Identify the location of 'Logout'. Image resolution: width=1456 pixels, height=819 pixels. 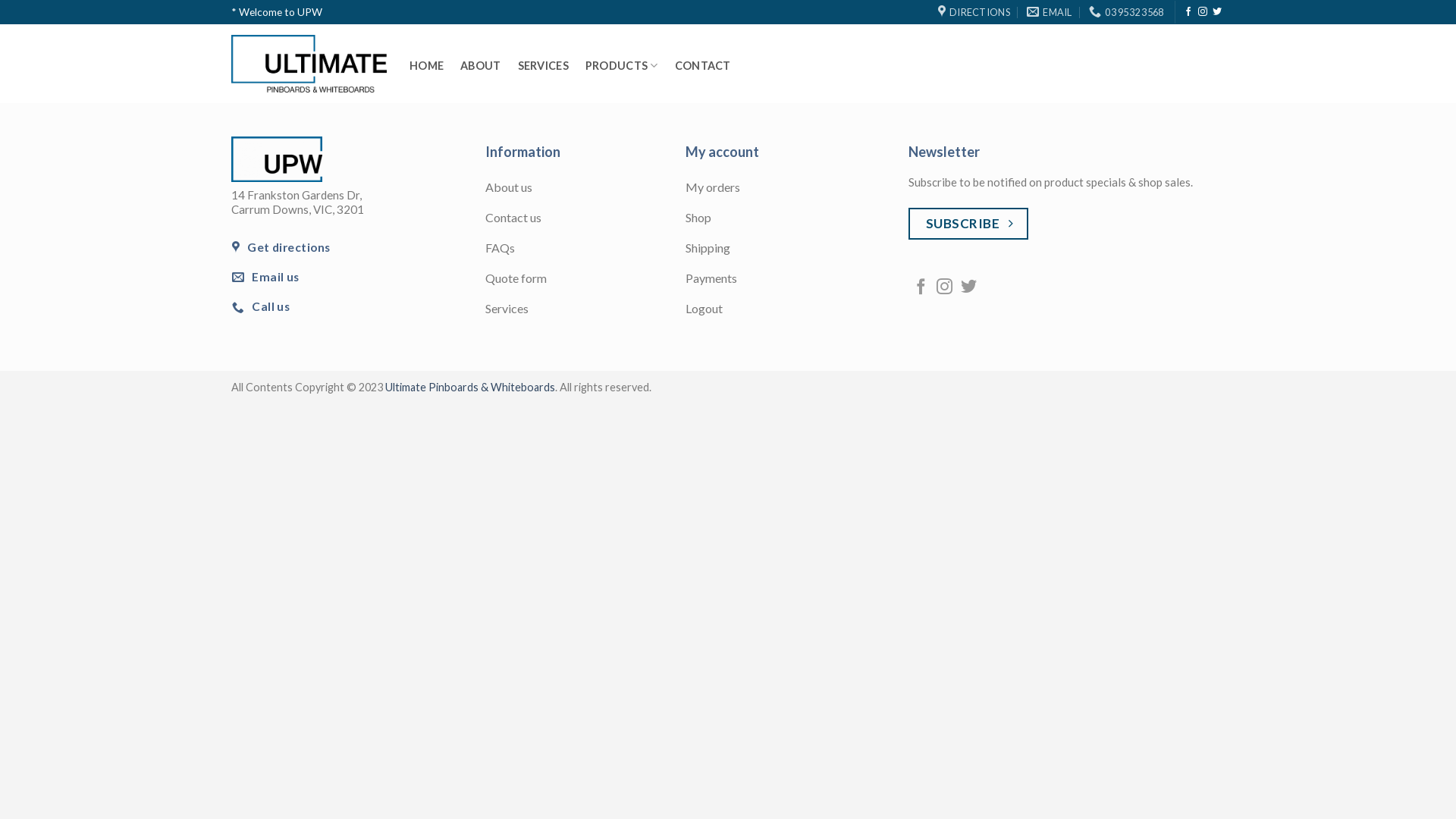
(786, 309).